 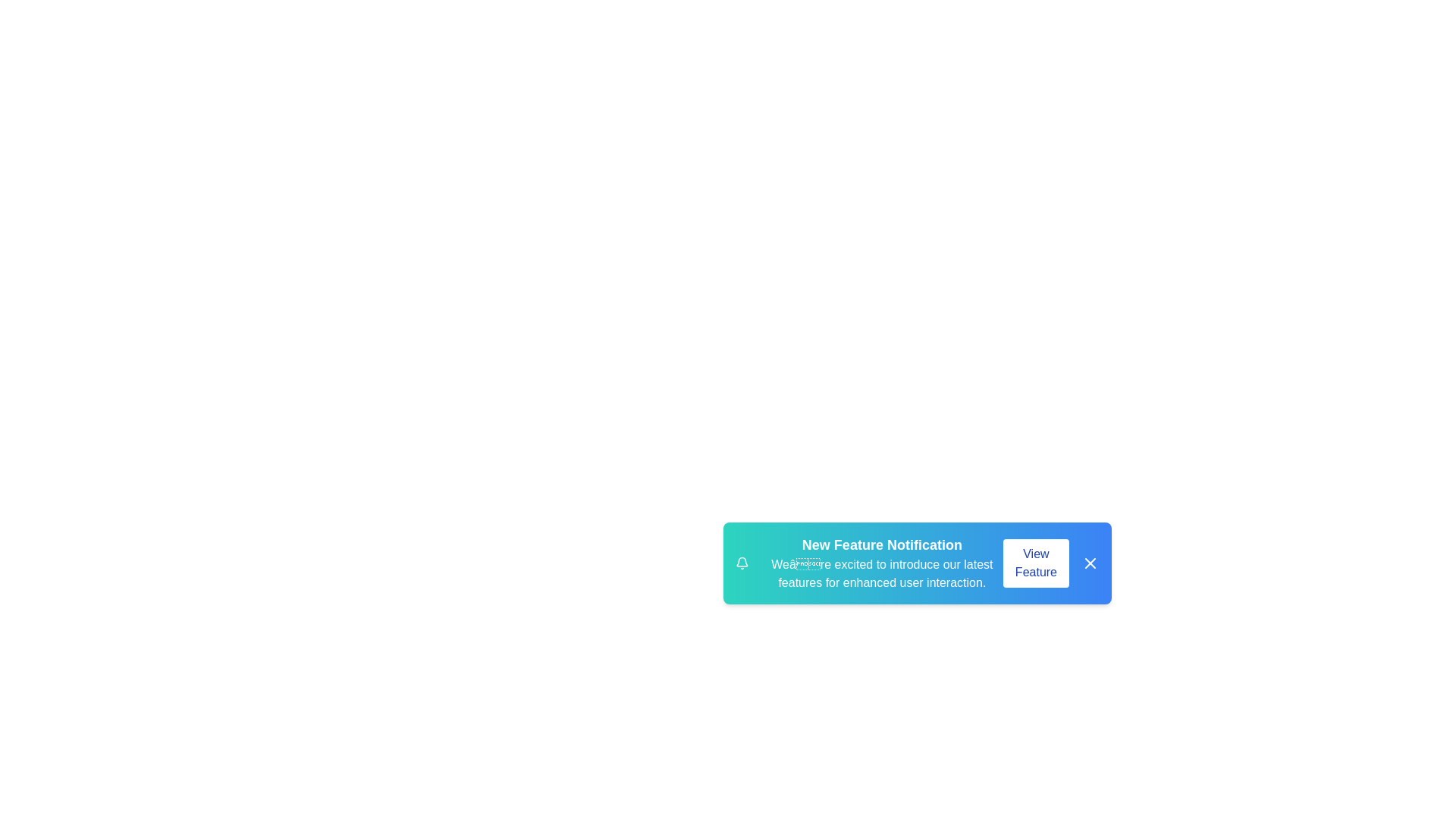 What do you see at coordinates (742, 563) in the screenshot?
I see `the notification bell icon to explore its interactivity` at bounding box center [742, 563].